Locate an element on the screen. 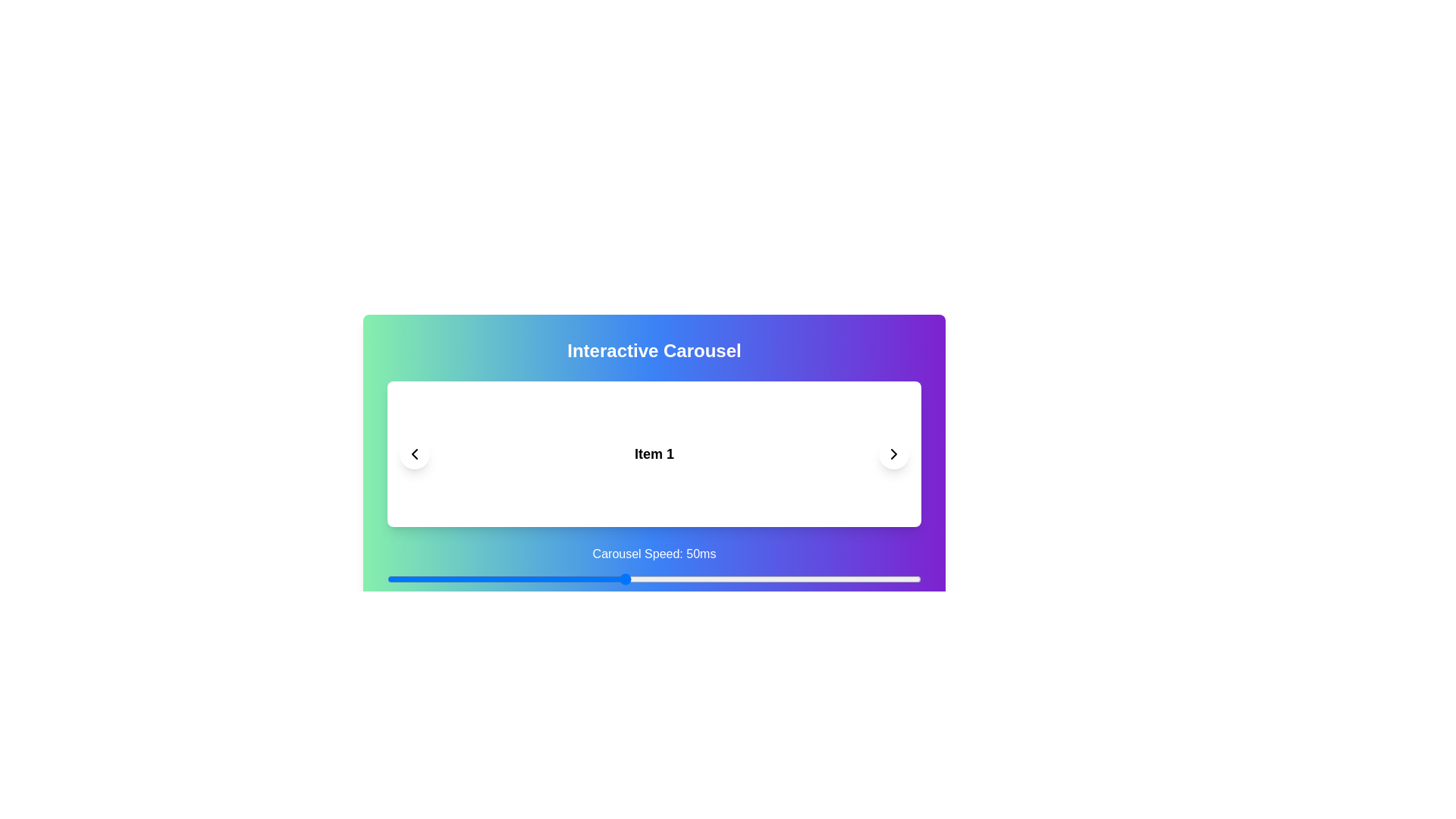 The image size is (1456, 819). the carousel speed slider to 48 ms is located at coordinates (613, 579).